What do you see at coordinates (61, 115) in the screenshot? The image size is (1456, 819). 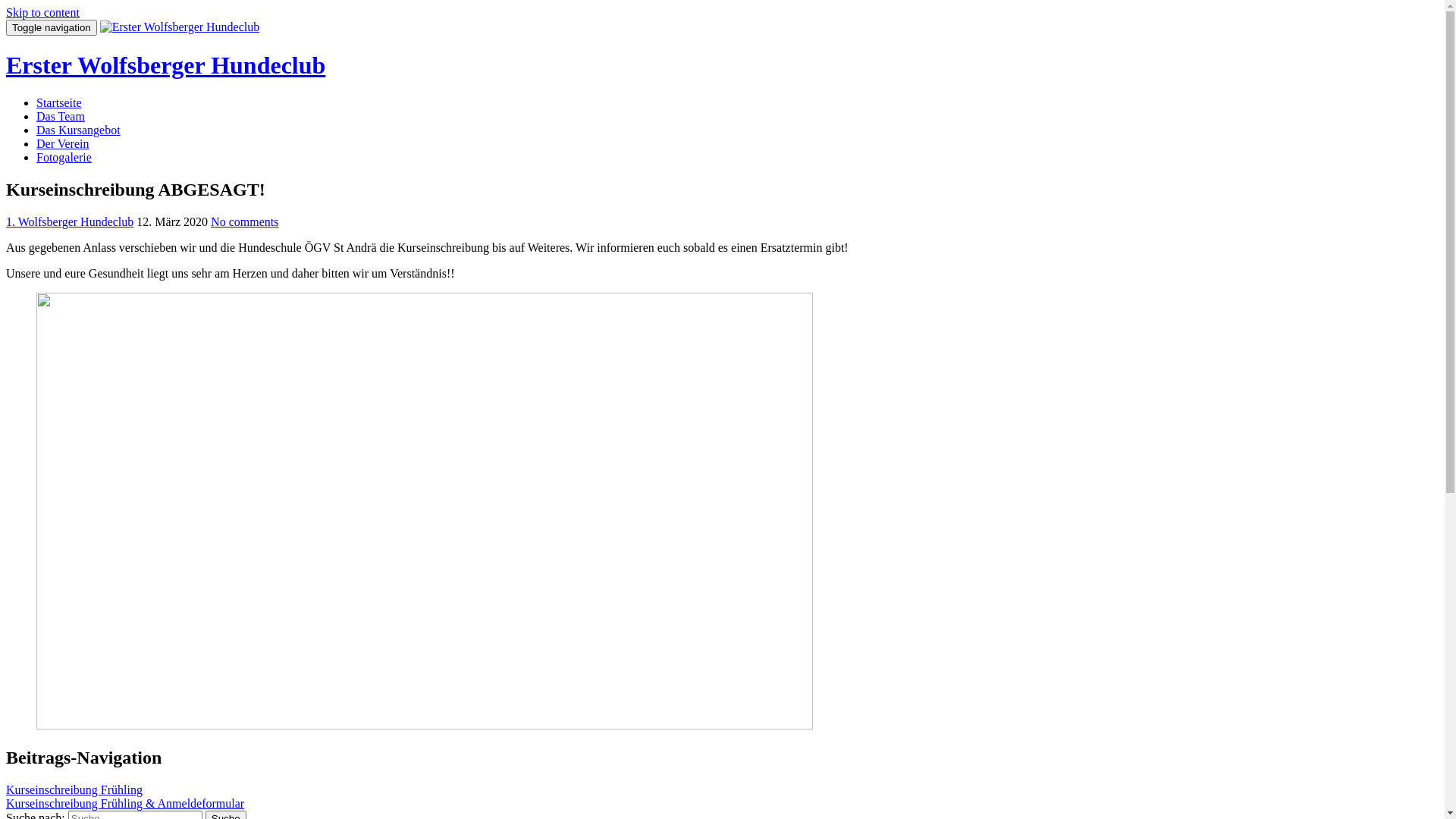 I see `'Das Team'` at bounding box center [61, 115].